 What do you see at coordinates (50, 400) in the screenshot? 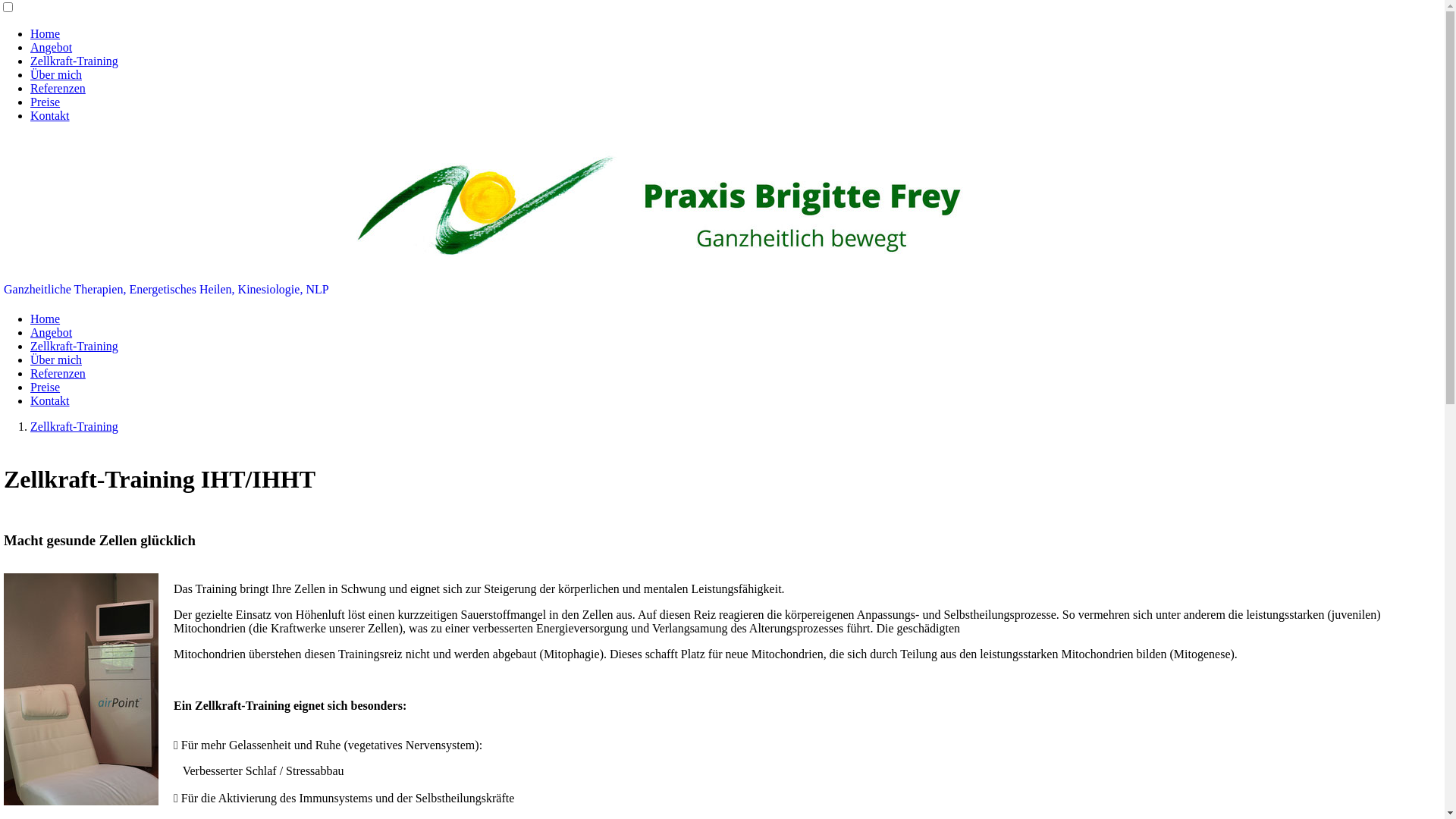
I see `'Kontakt'` at bounding box center [50, 400].